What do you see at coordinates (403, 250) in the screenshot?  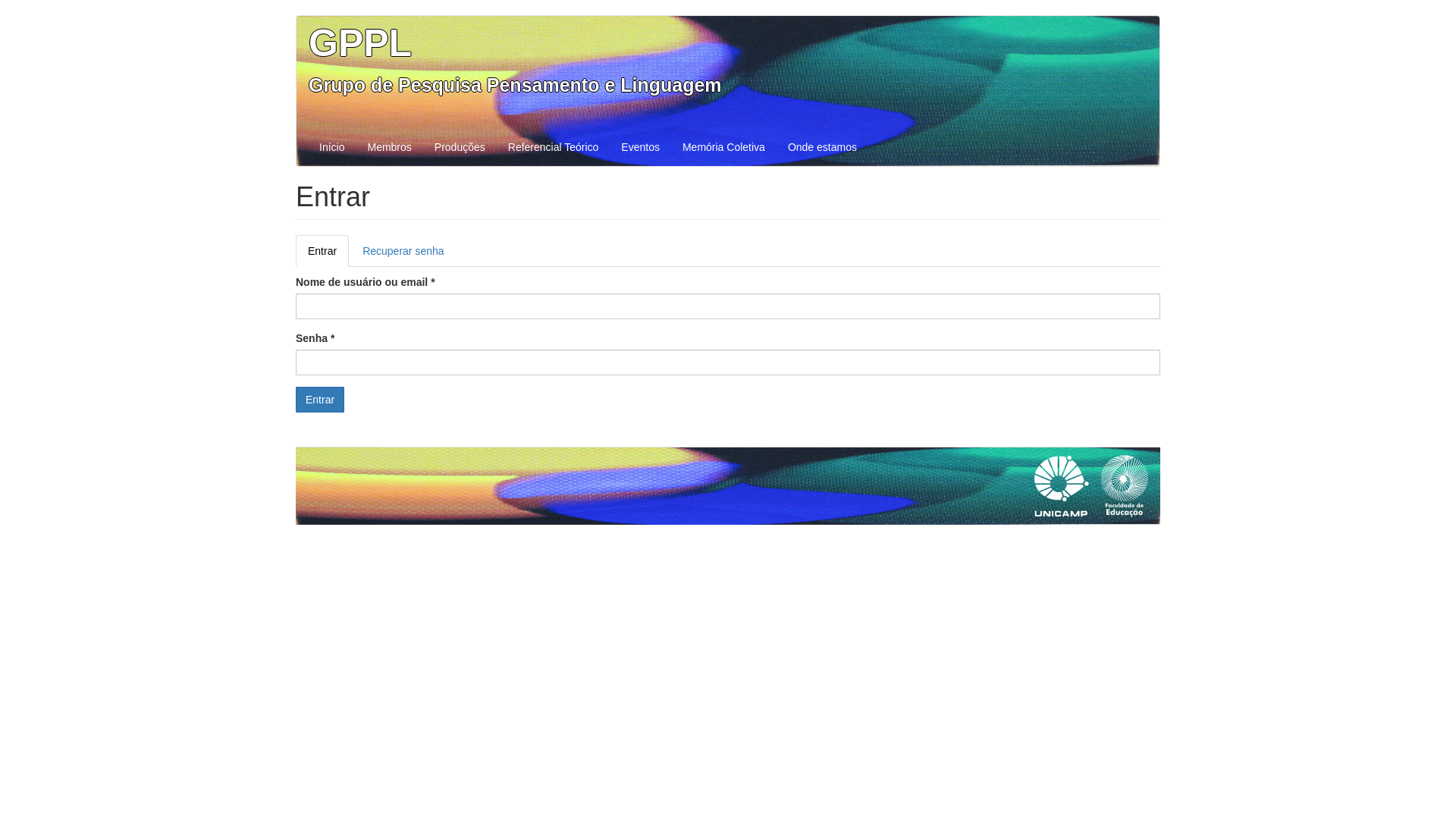 I see `'Recuperar senha'` at bounding box center [403, 250].